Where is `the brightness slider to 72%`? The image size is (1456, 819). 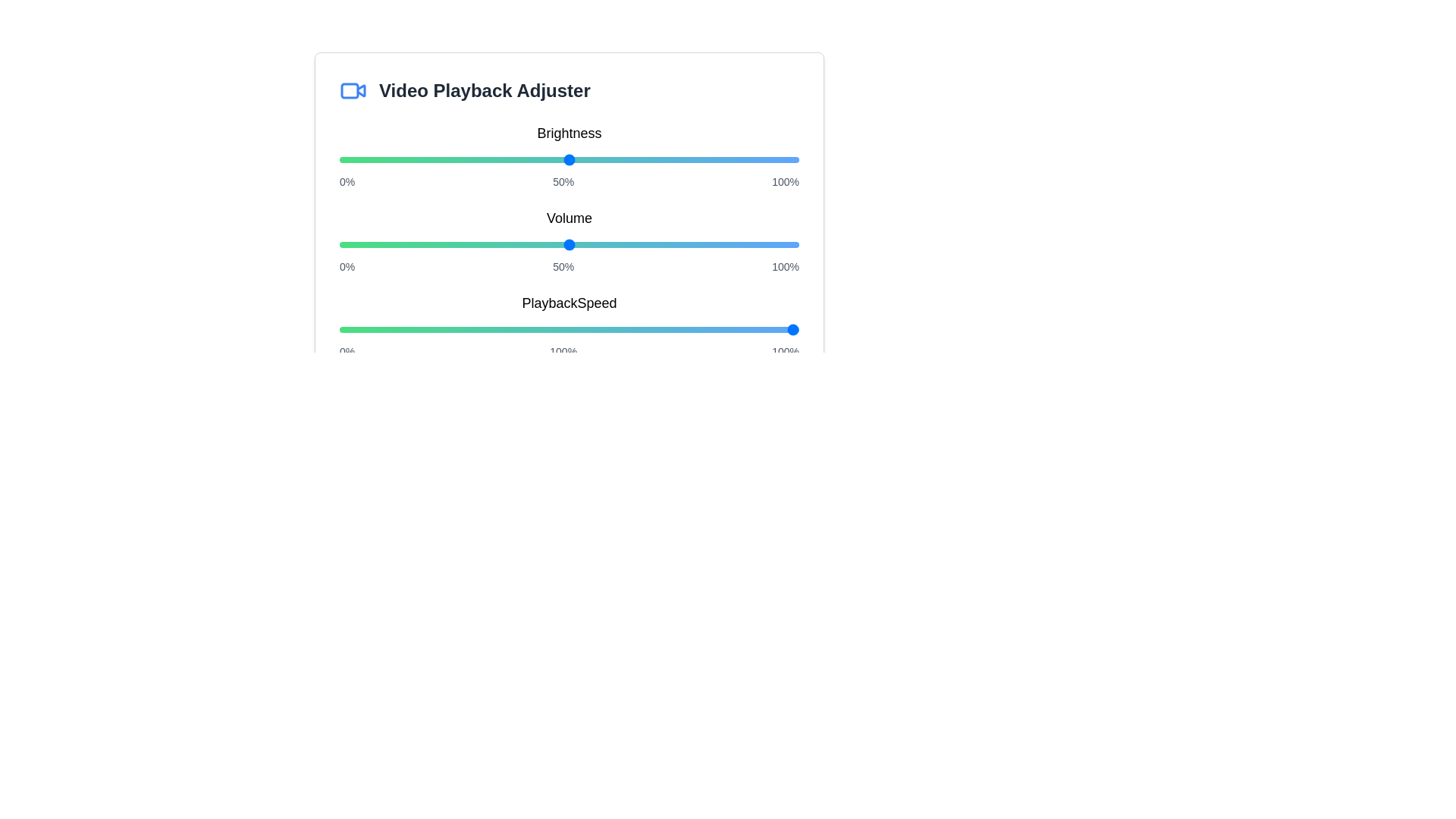 the brightness slider to 72% is located at coordinates (670, 160).